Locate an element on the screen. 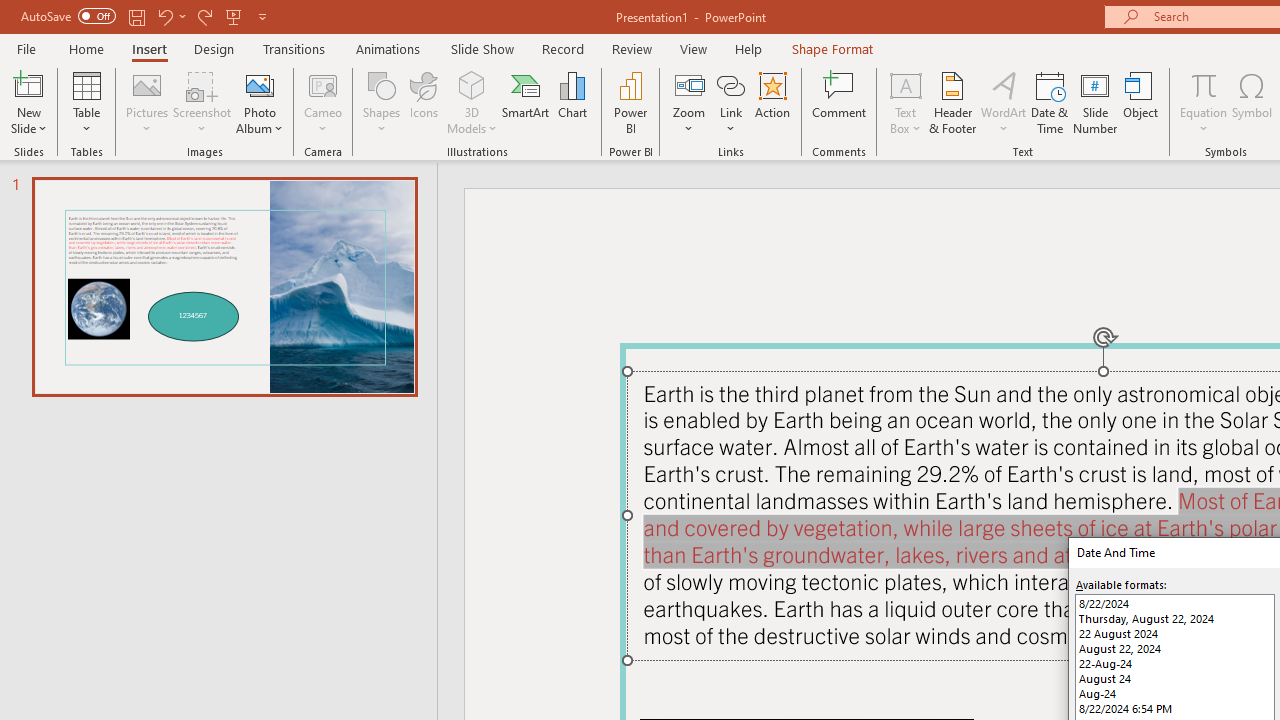 This screenshot has height=720, width=1280. 'New Slide' is located at coordinates (28, 103).